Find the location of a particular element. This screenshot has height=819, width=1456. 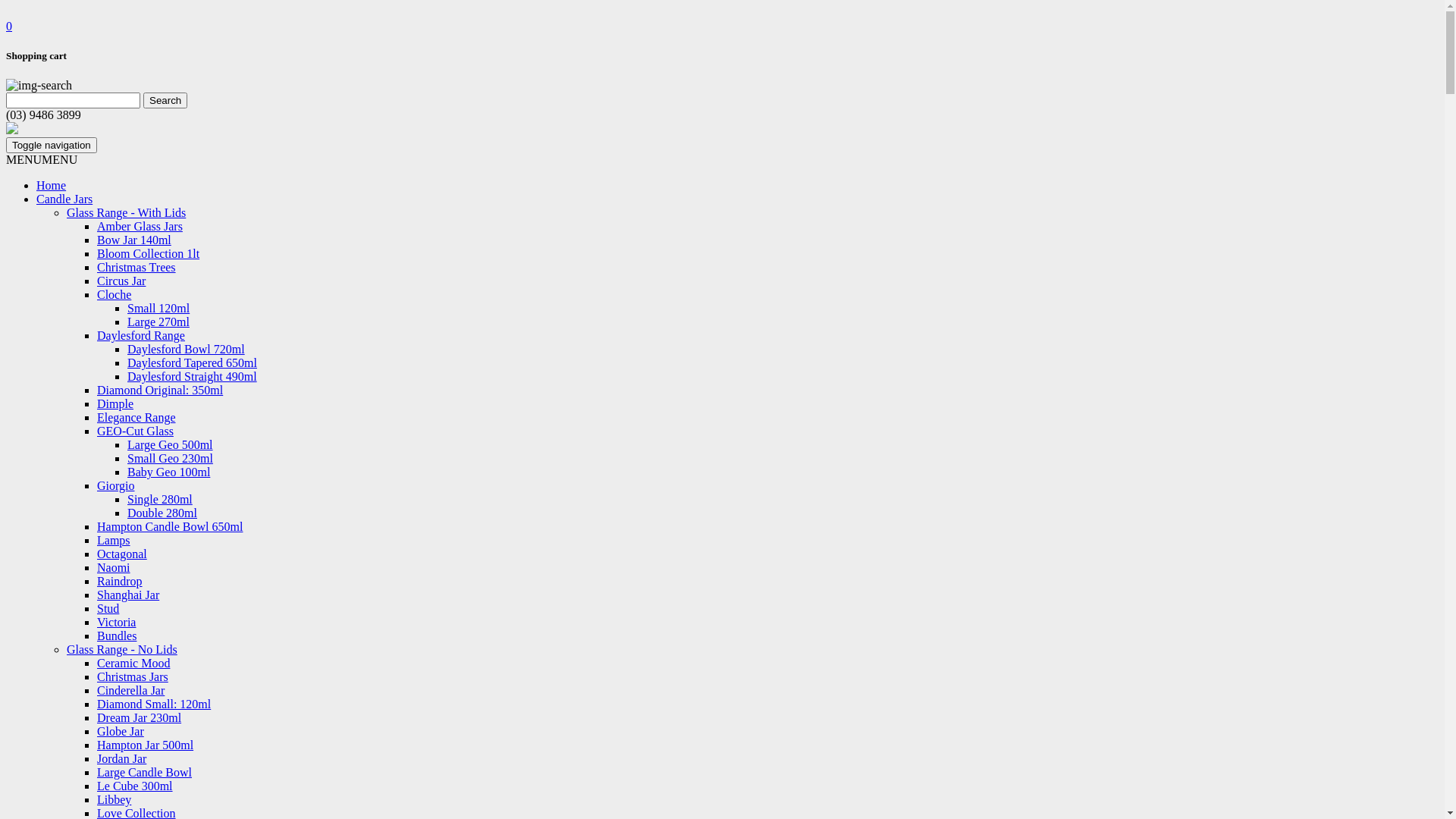

'Shanghai Jar' is located at coordinates (96, 594).